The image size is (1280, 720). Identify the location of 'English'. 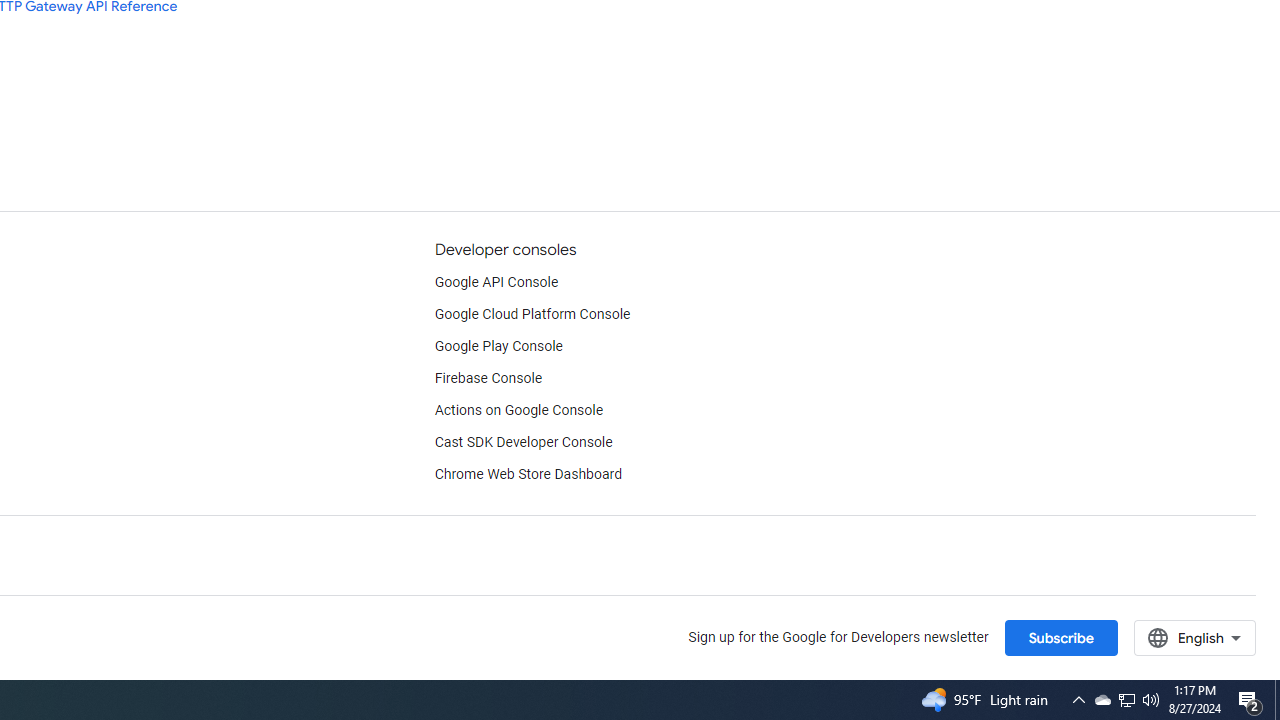
(1194, 637).